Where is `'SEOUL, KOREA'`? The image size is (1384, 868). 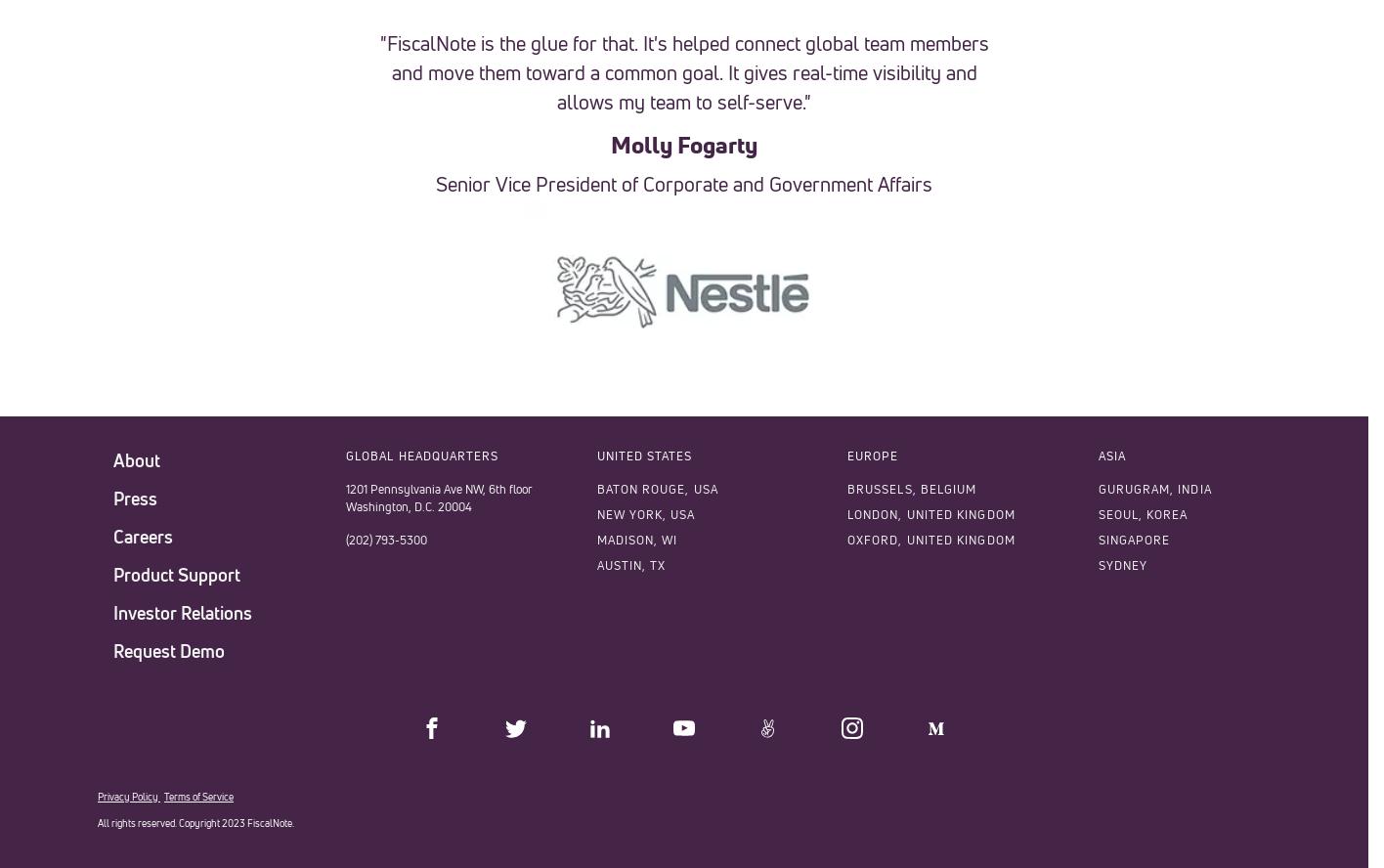 'SEOUL, KOREA' is located at coordinates (1142, 512).